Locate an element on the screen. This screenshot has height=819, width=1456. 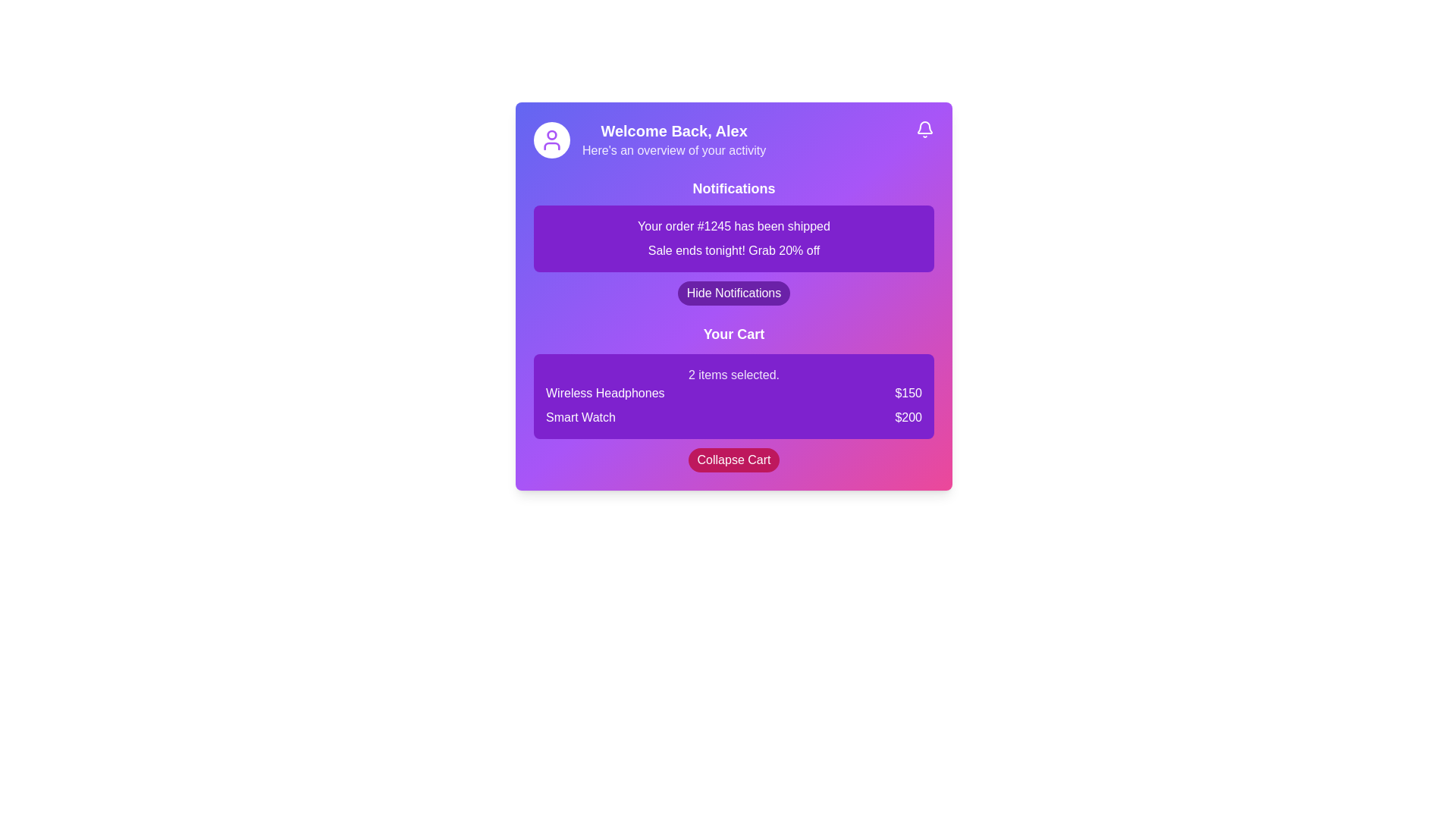
the purple user profile icon located at the top-left corner of the card is located at coordinates (551, 140).